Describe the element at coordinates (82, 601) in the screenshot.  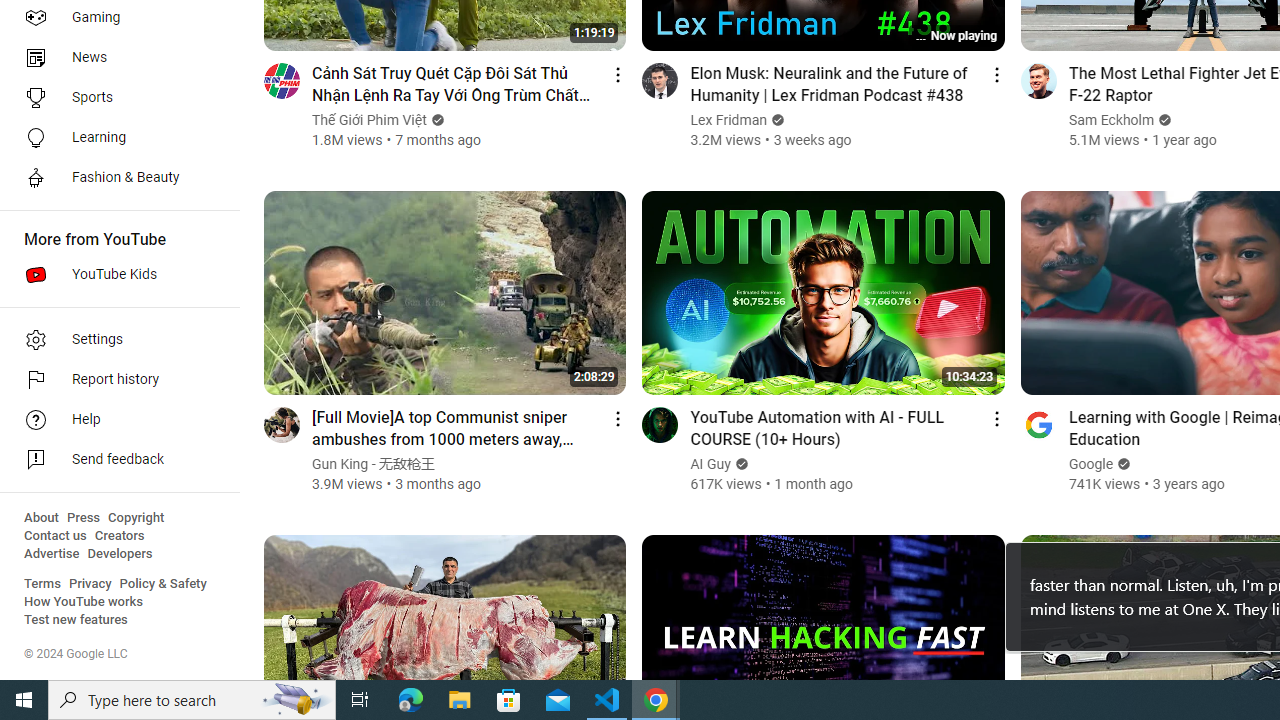
I see `'How YouTube works'` at that location.